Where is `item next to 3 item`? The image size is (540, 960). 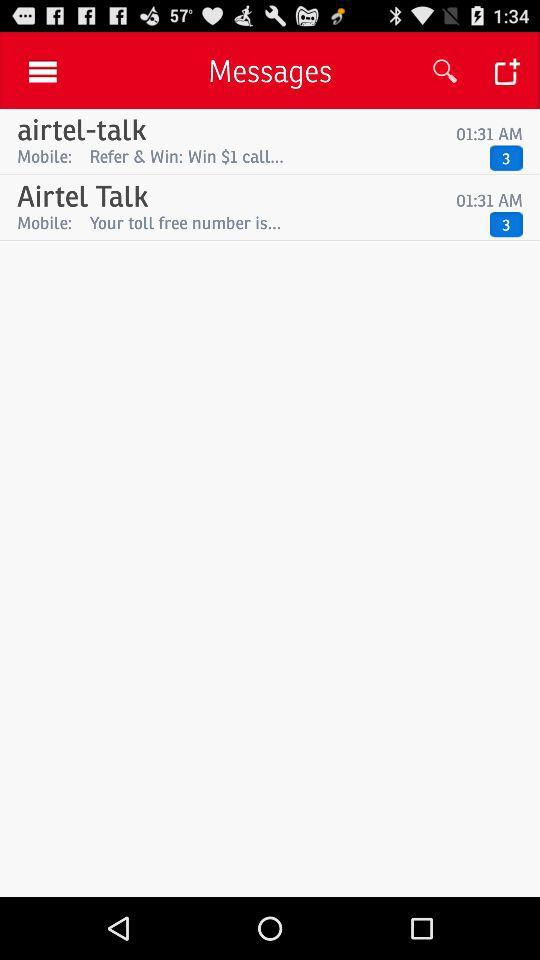 item next to 3 item is located at coordinates (284, 222).